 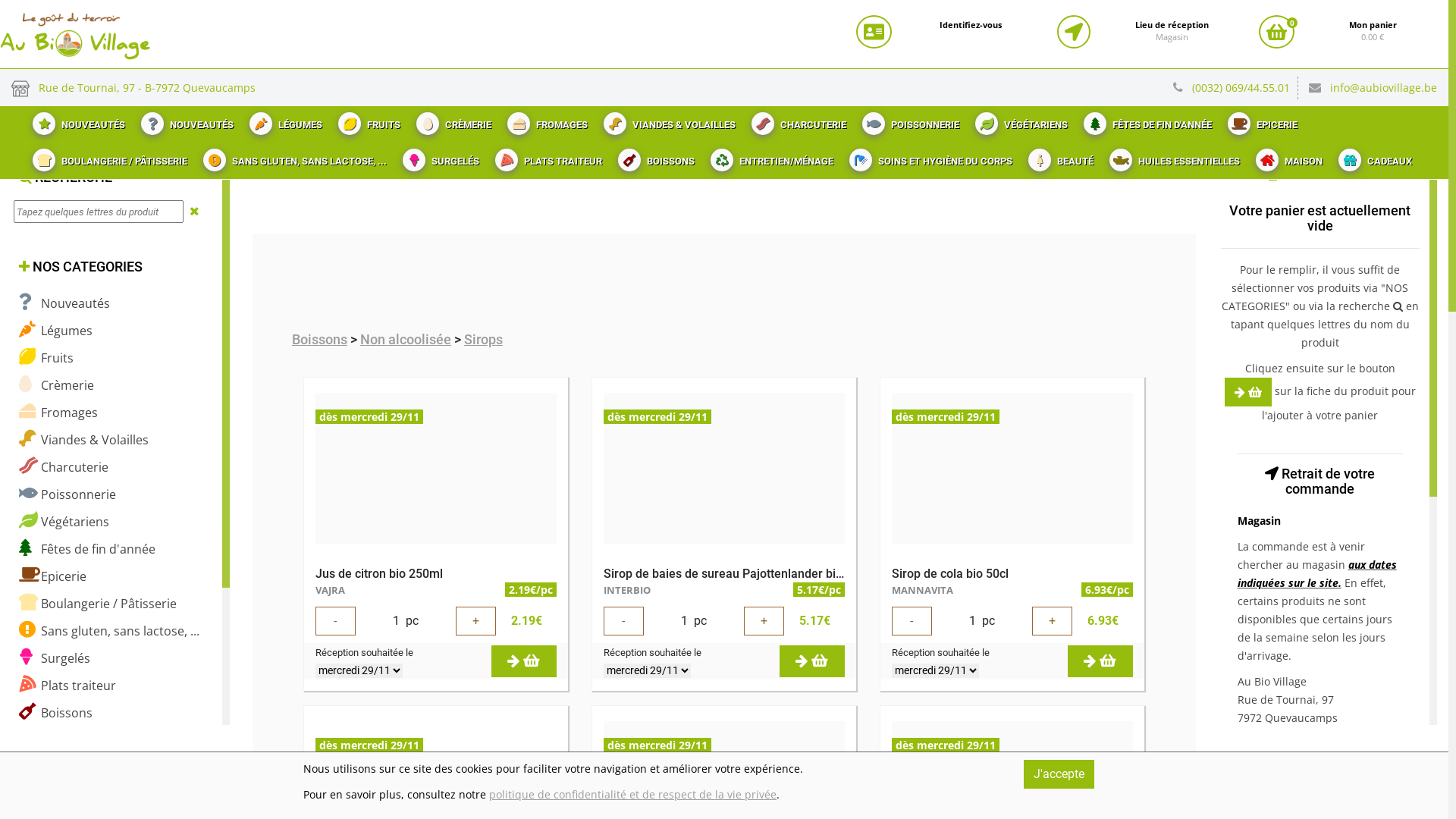 I want to click on 'PLATS TRAITEUR', so click(x=546, y=157).